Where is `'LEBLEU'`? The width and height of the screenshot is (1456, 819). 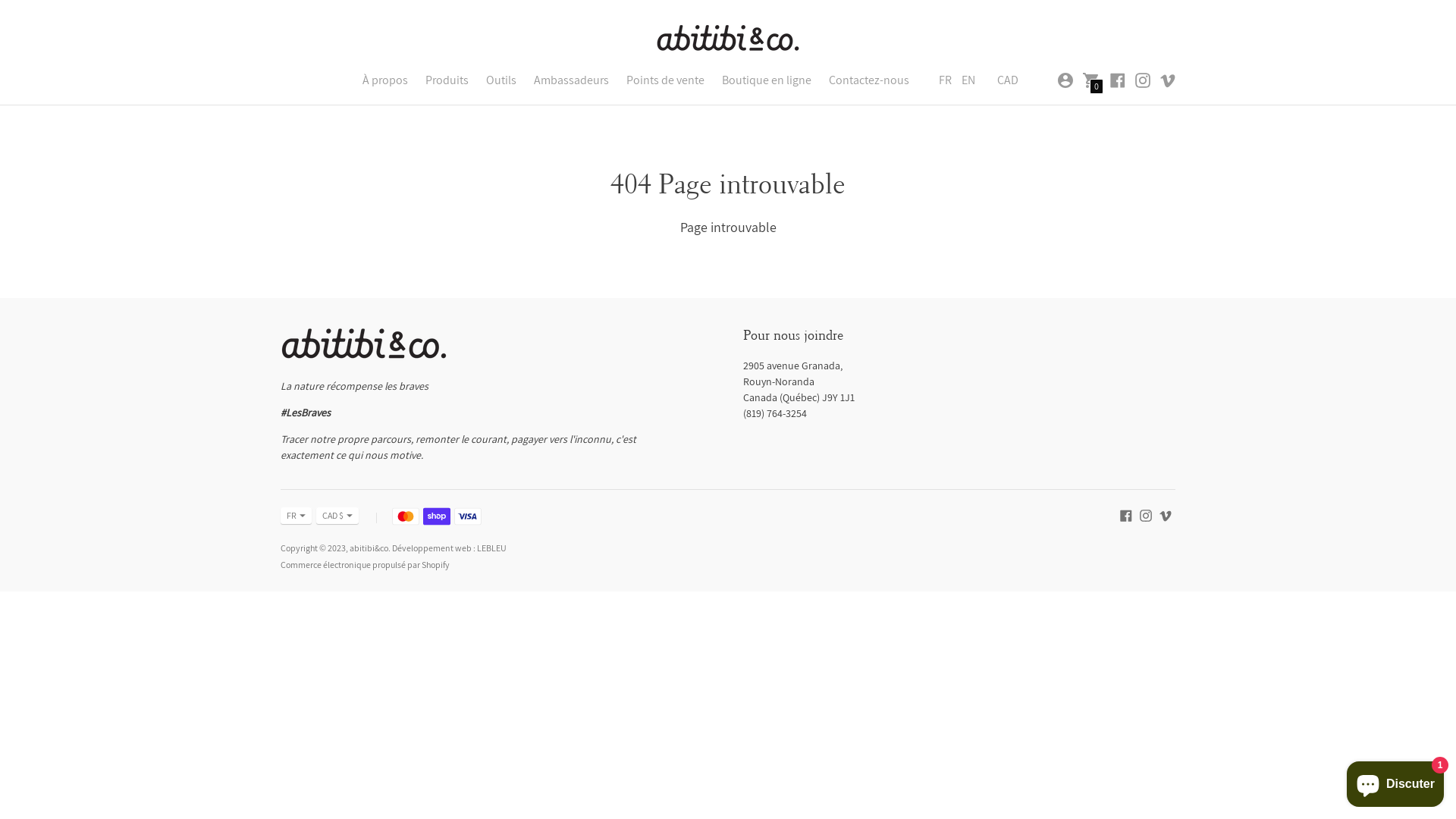 'LEBLEU' is located at coordinates (491, 548).